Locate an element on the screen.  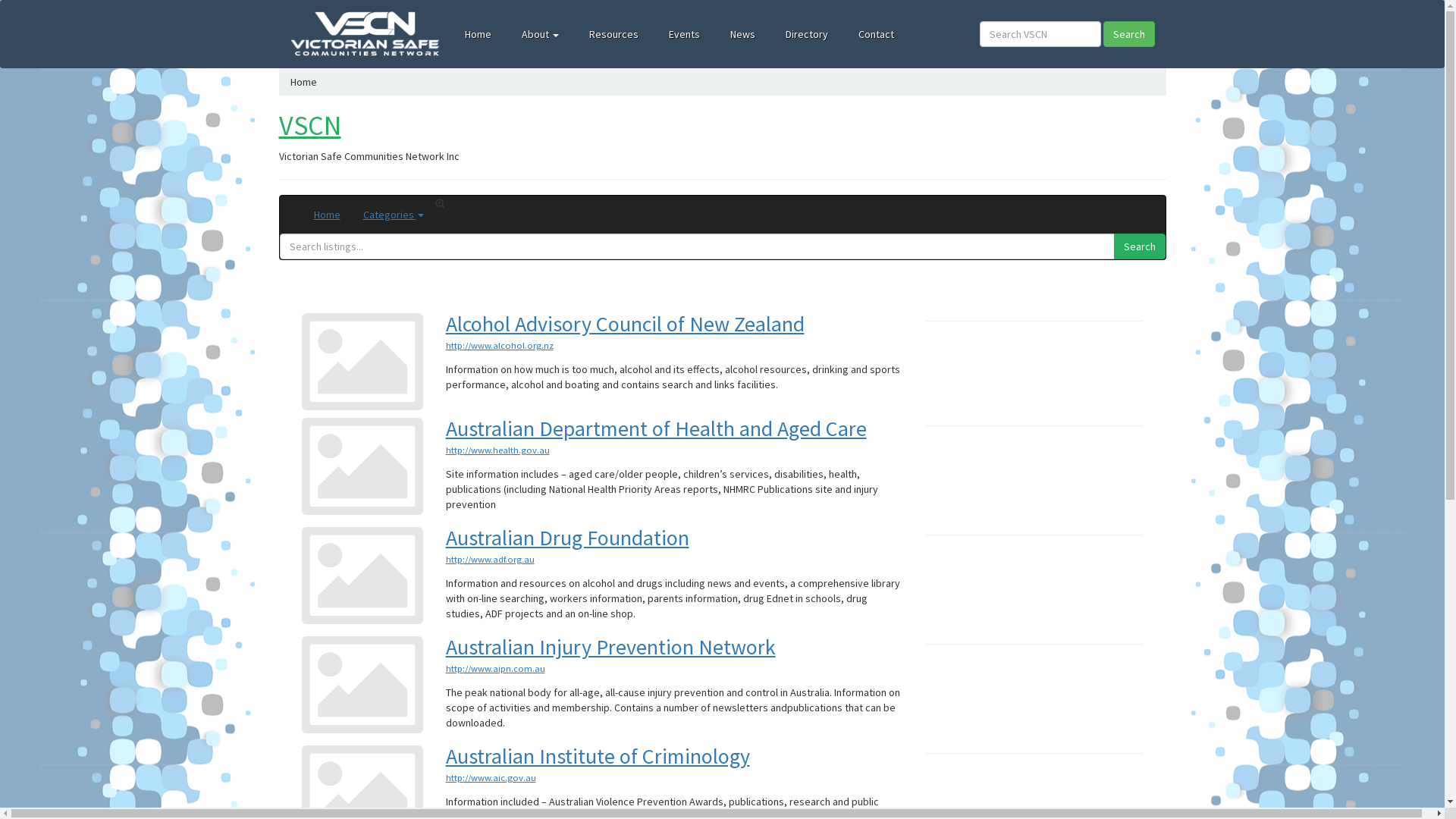
'Directory' is located at coordinates (806, 34).